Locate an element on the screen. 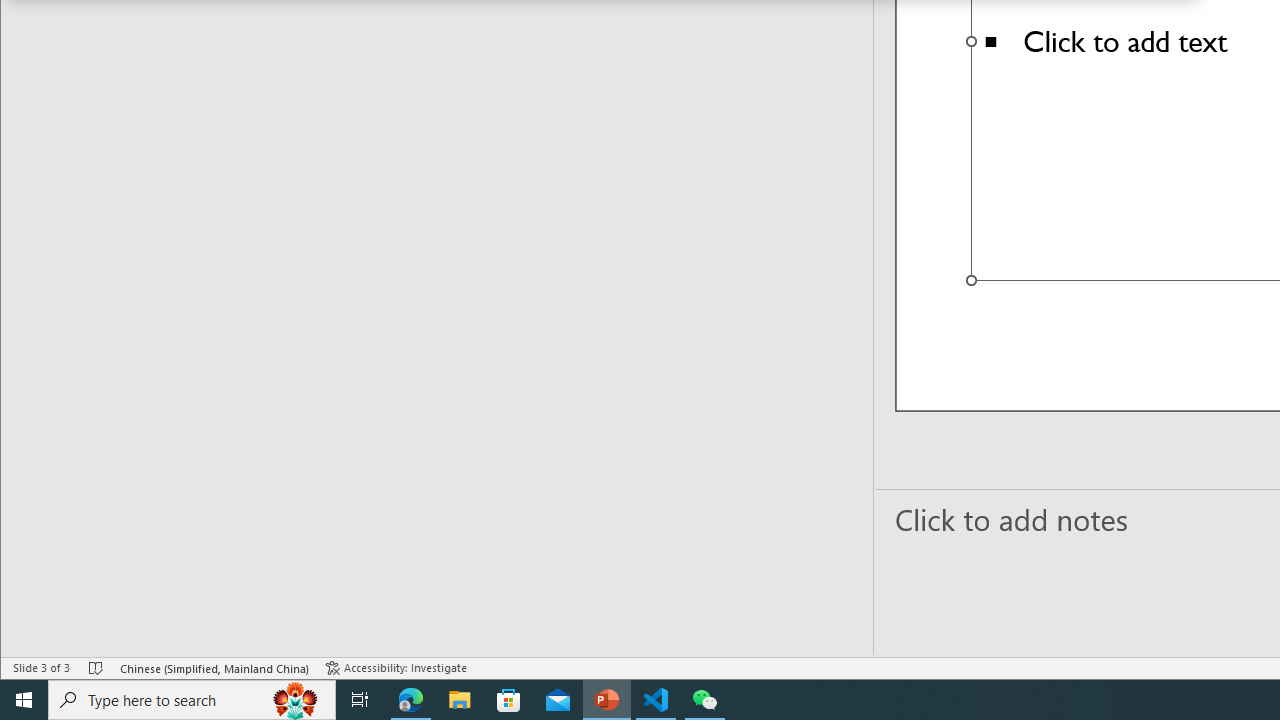 The height and width of the screenshot is (720, 1280). 'Microsoft Edge - 1 running window' is located at coordinates (410, 698).